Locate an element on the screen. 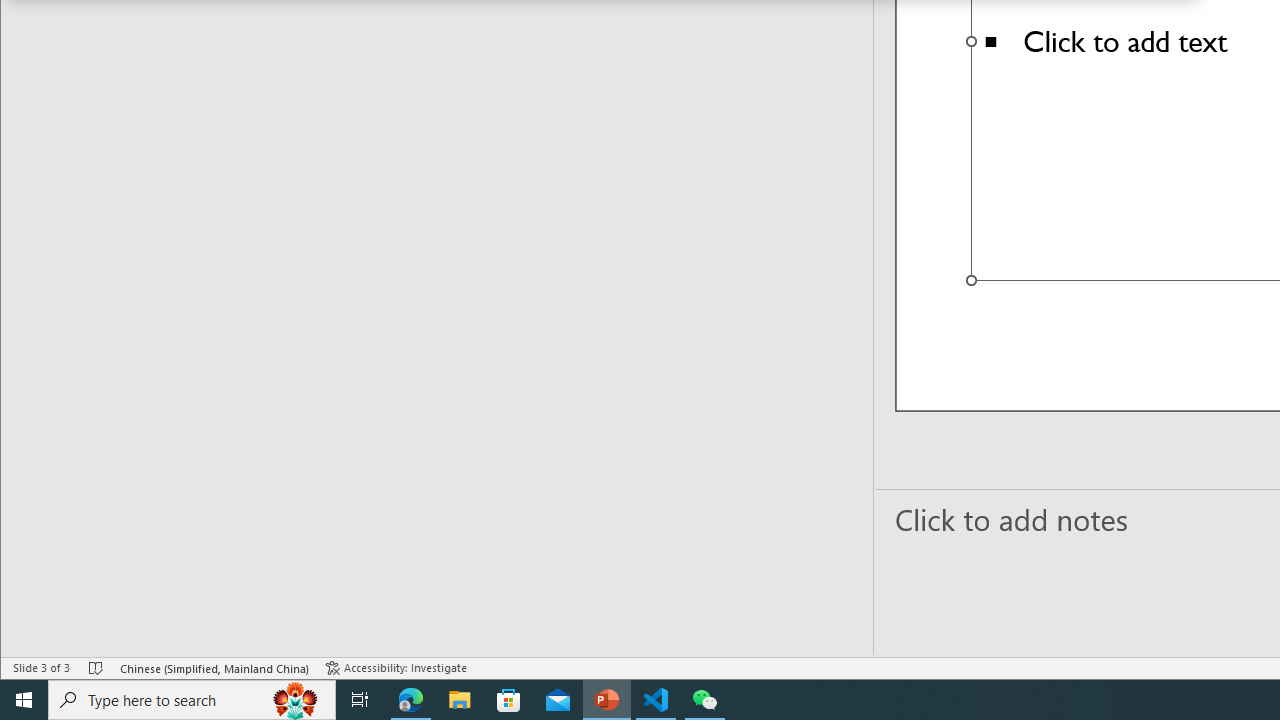 The height and width of the screenshot is (720, 1280). 'Microsoft Edge - 1 running window' is located at coordinates (410, 698).